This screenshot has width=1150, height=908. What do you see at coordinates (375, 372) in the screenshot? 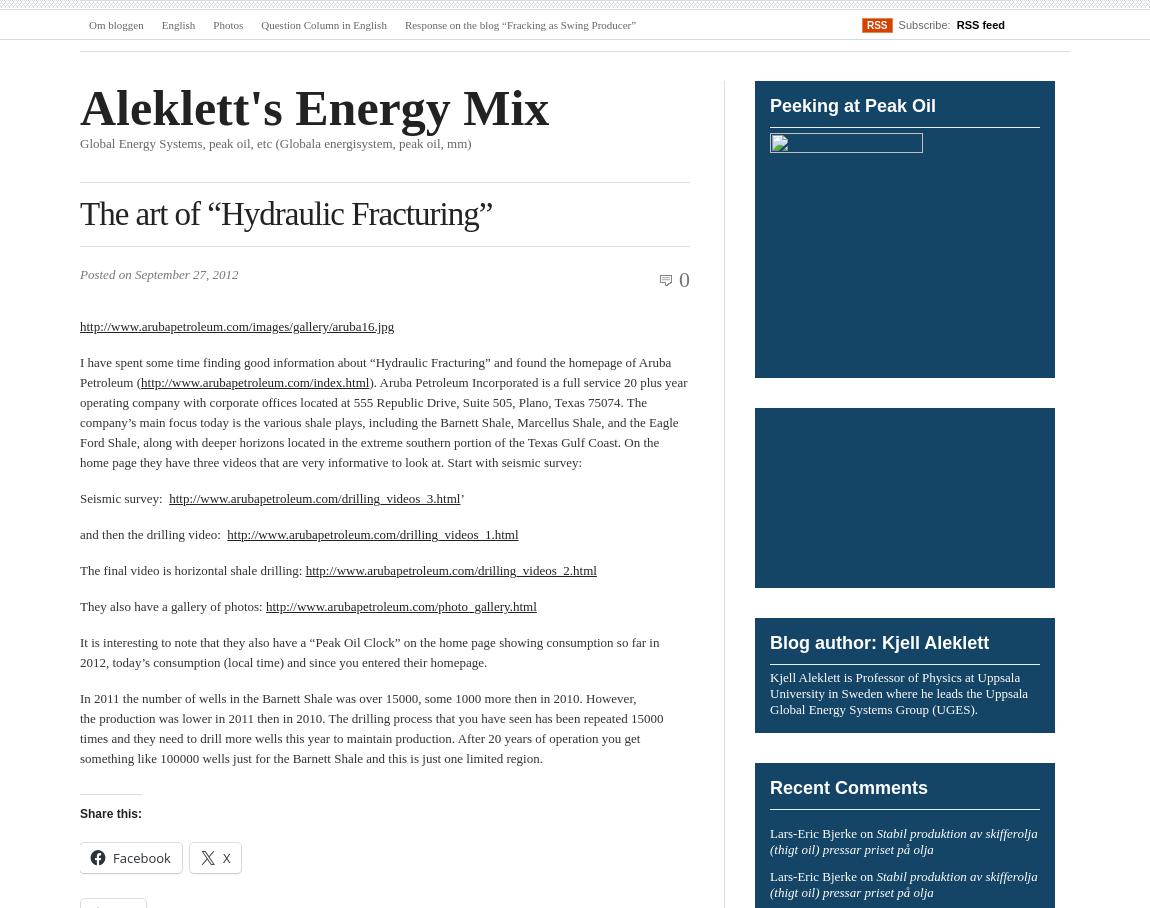
I see `'I have spent some time finding good information about “Hydraulic Fracturing” and found the homepage of Aruba Petroleum ('` at bounding box center [375, 372].